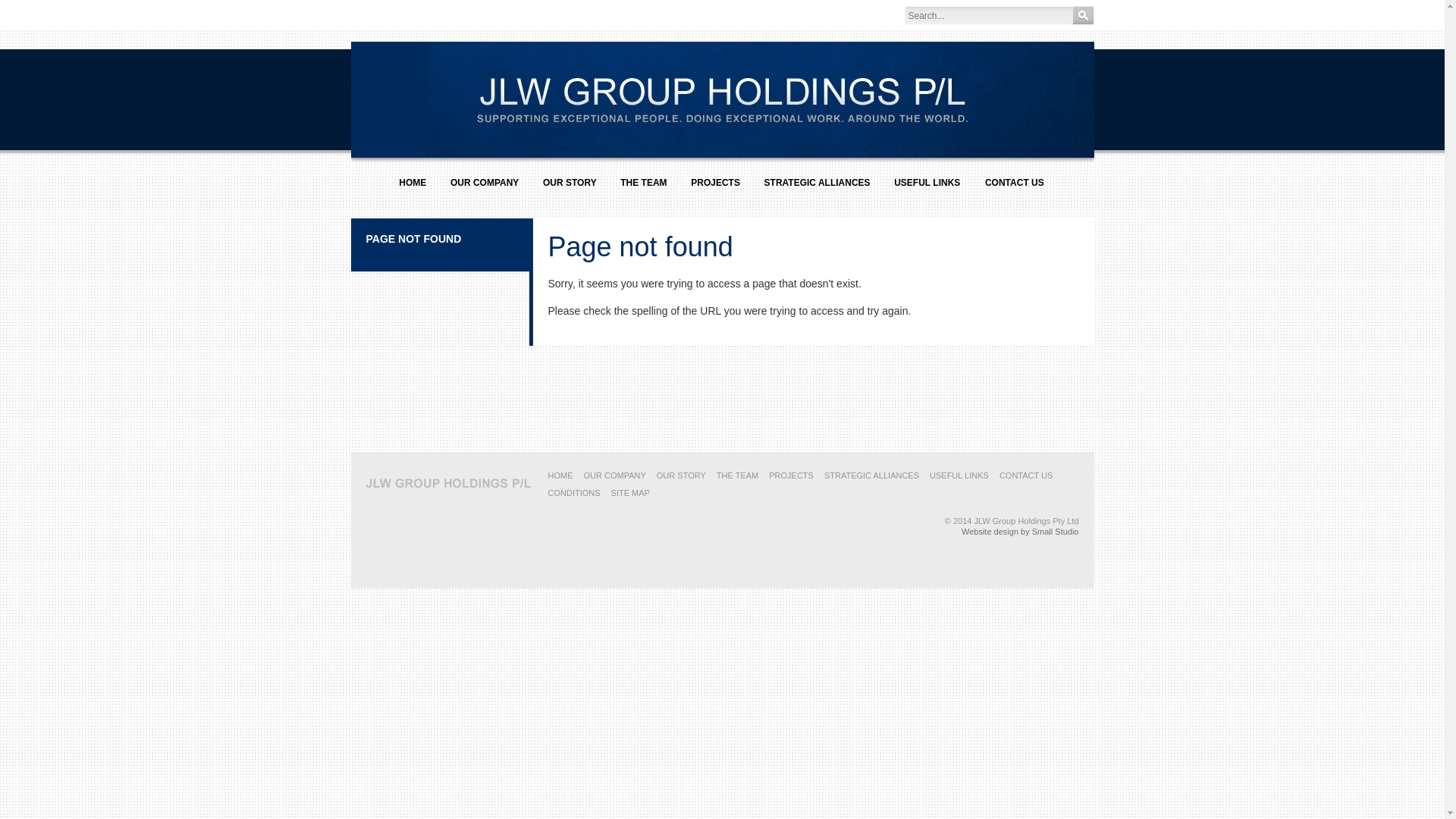 The width and height of the screenshot is (1456, 819). Describe the element at coordinates (1026, 475) in the screenshot. I see `'CONTACT US'` at that location.